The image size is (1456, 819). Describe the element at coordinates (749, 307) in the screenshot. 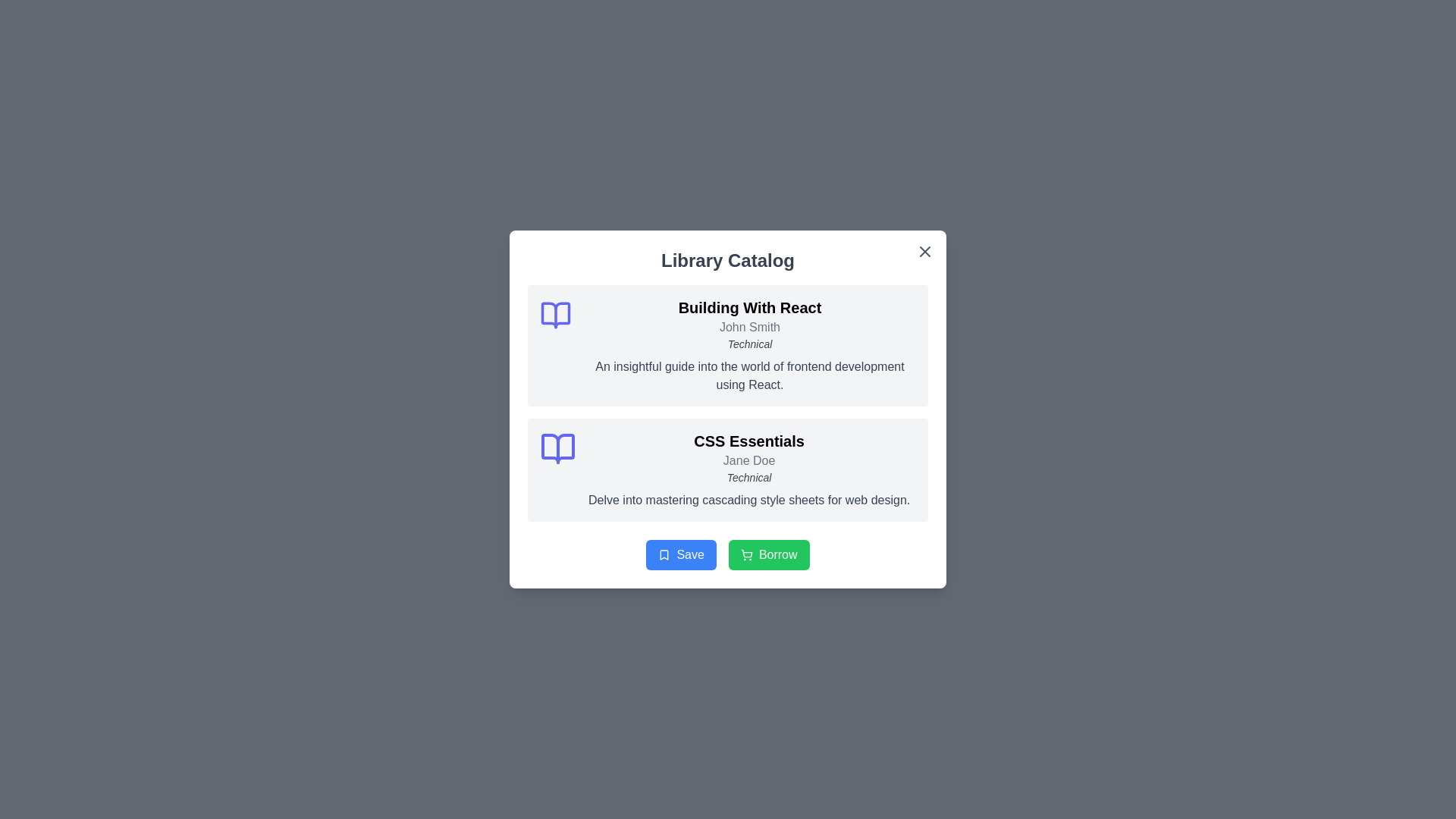

I see `text label that displays 'Building With React', which is prominently styled in bold and large font, centered within its gray background area` at that location.